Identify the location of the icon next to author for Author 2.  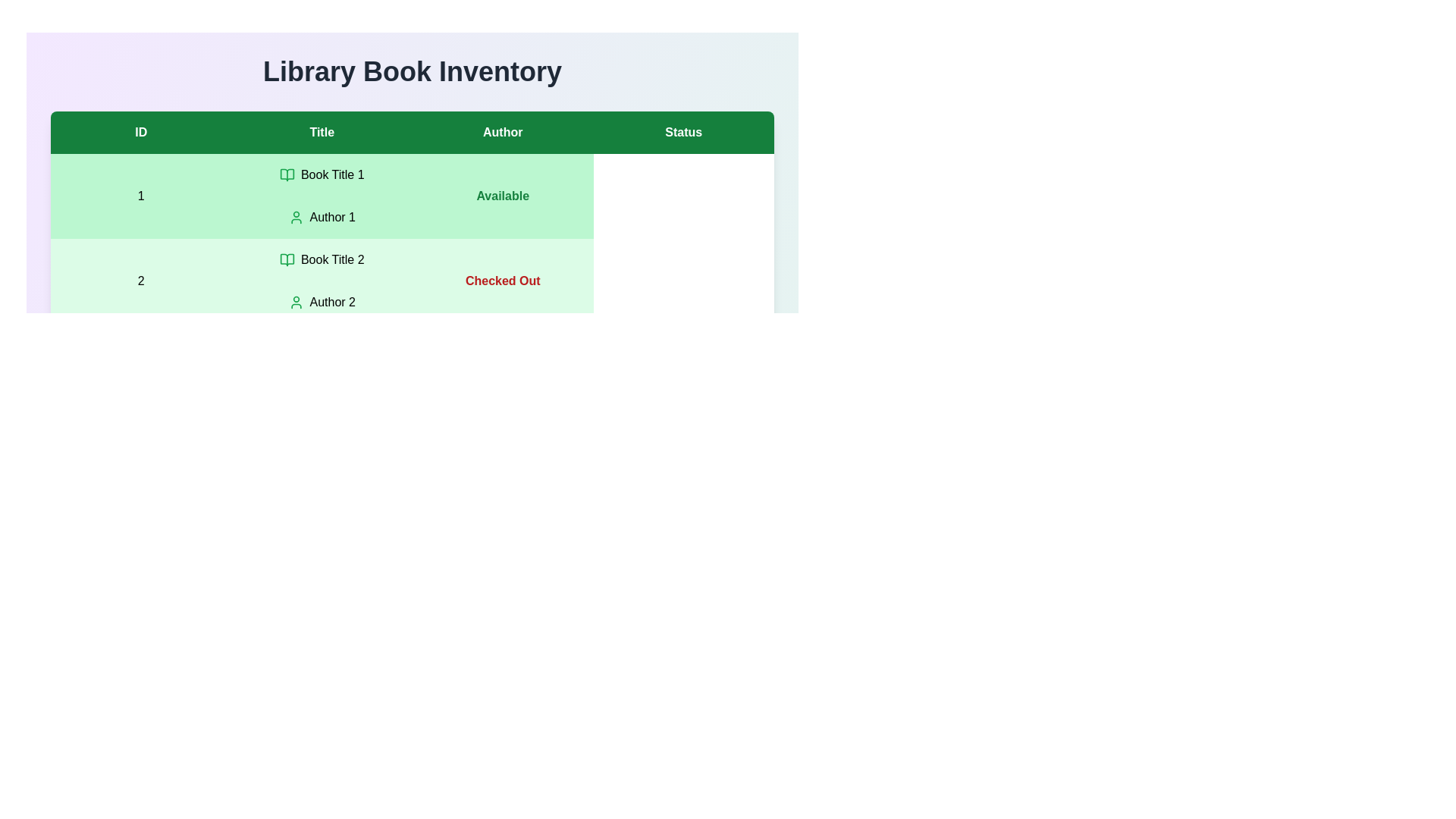
(296, 302).